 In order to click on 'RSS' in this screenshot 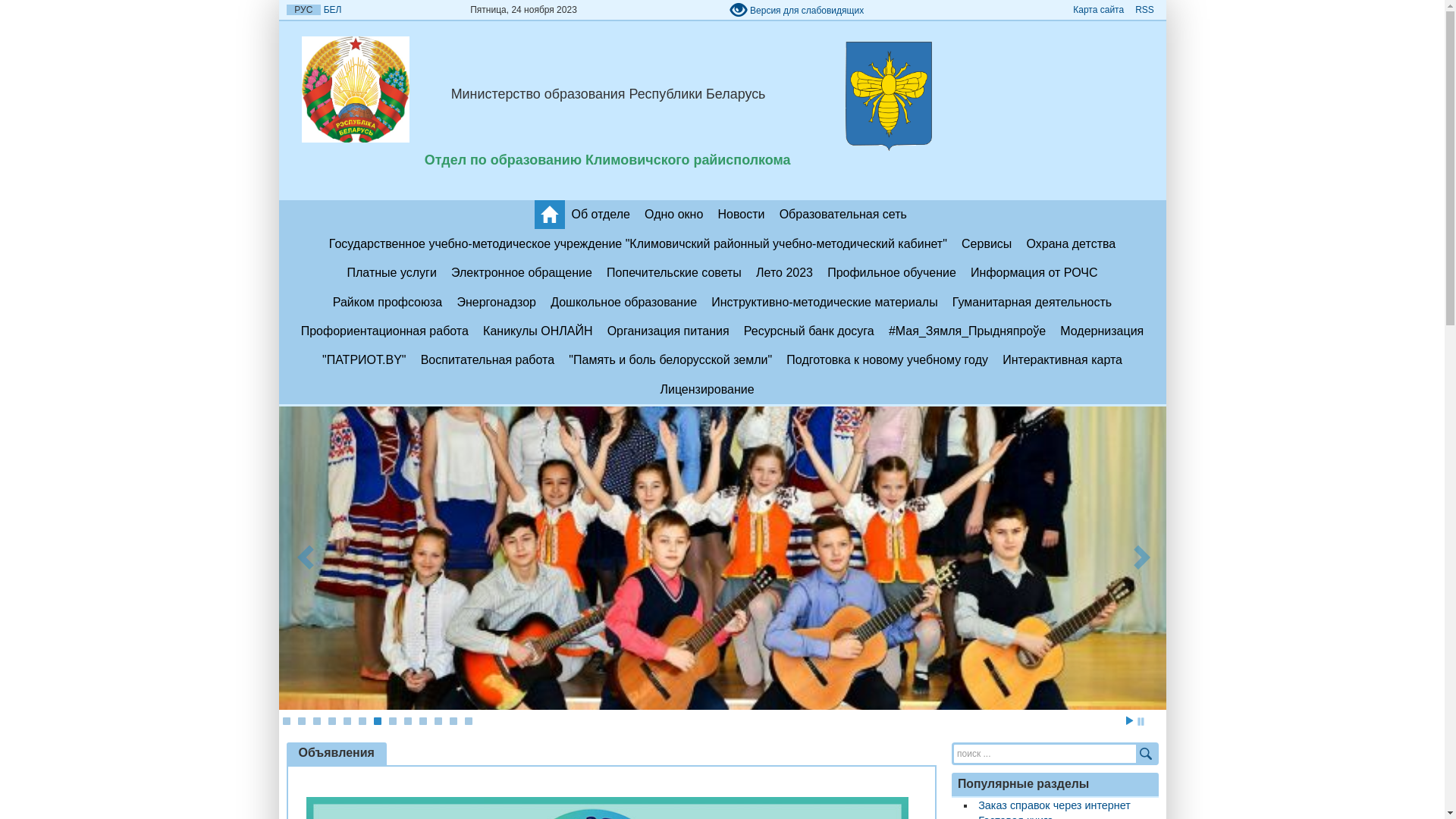, I will do `click(1144, 9)`.